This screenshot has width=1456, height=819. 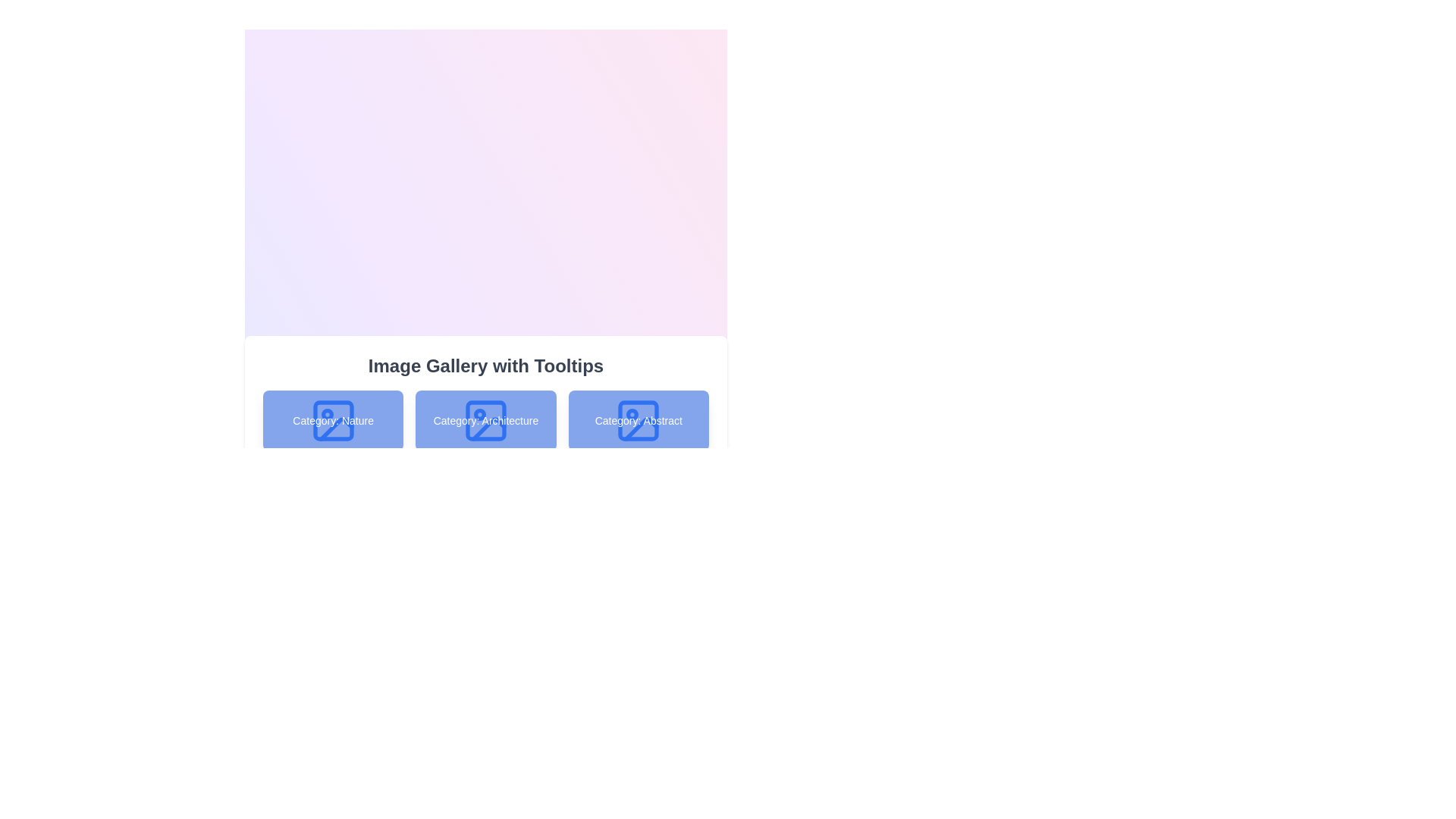 What do you see at coordinates (332, 421) in the screenshot?
I see `the 'Nature' category icon, which is the leftmost icon in a horizontal arrangement at the bottom of the interface under the 'Image Gallery with Tooltips' section` at bounding box center [332, 421].